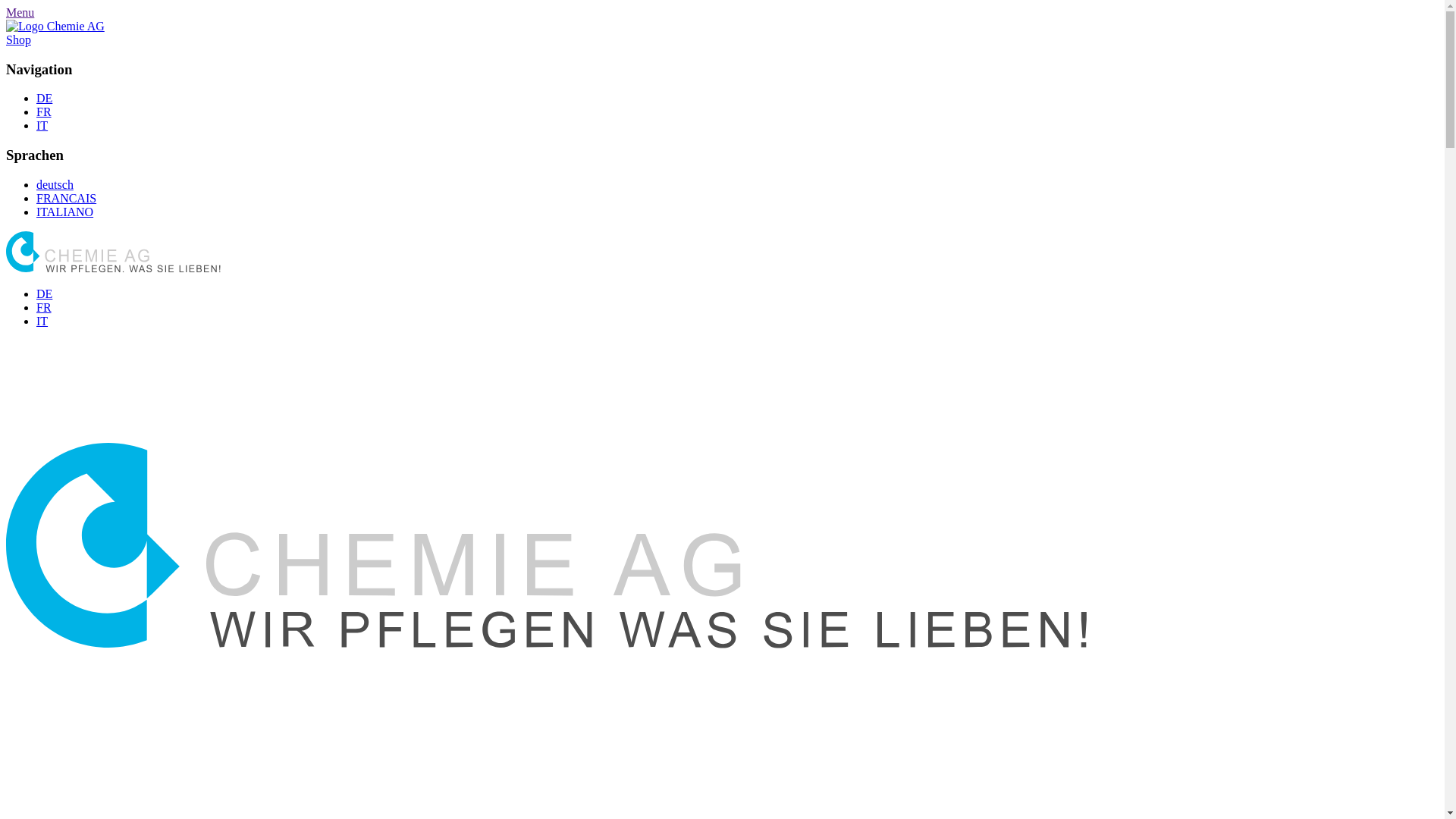 This screenshot has height=819, width=1456. I want to click on 'IT', so click(42, 320).